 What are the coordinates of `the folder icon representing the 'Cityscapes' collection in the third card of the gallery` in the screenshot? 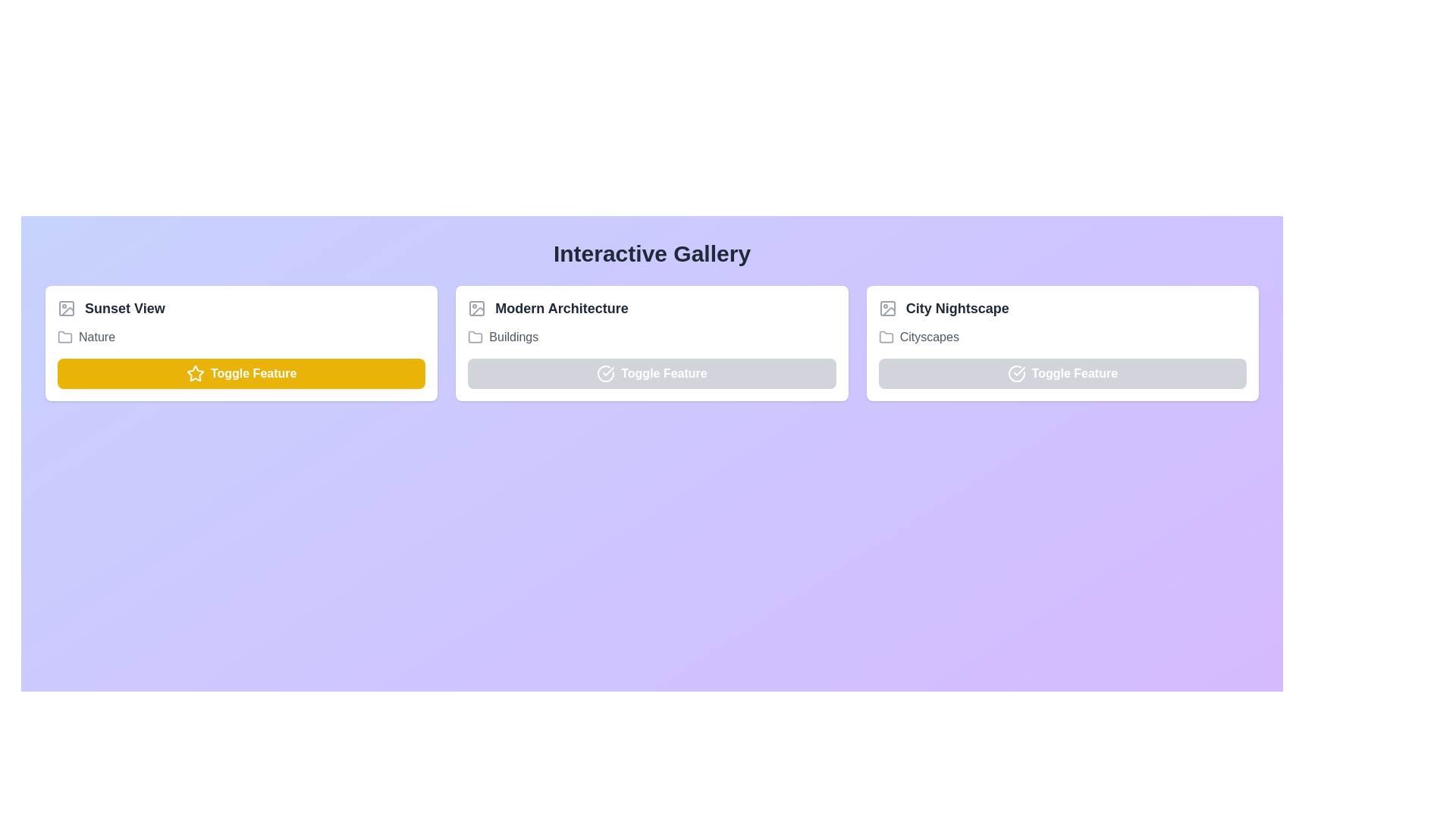 It's located at (886, 336).